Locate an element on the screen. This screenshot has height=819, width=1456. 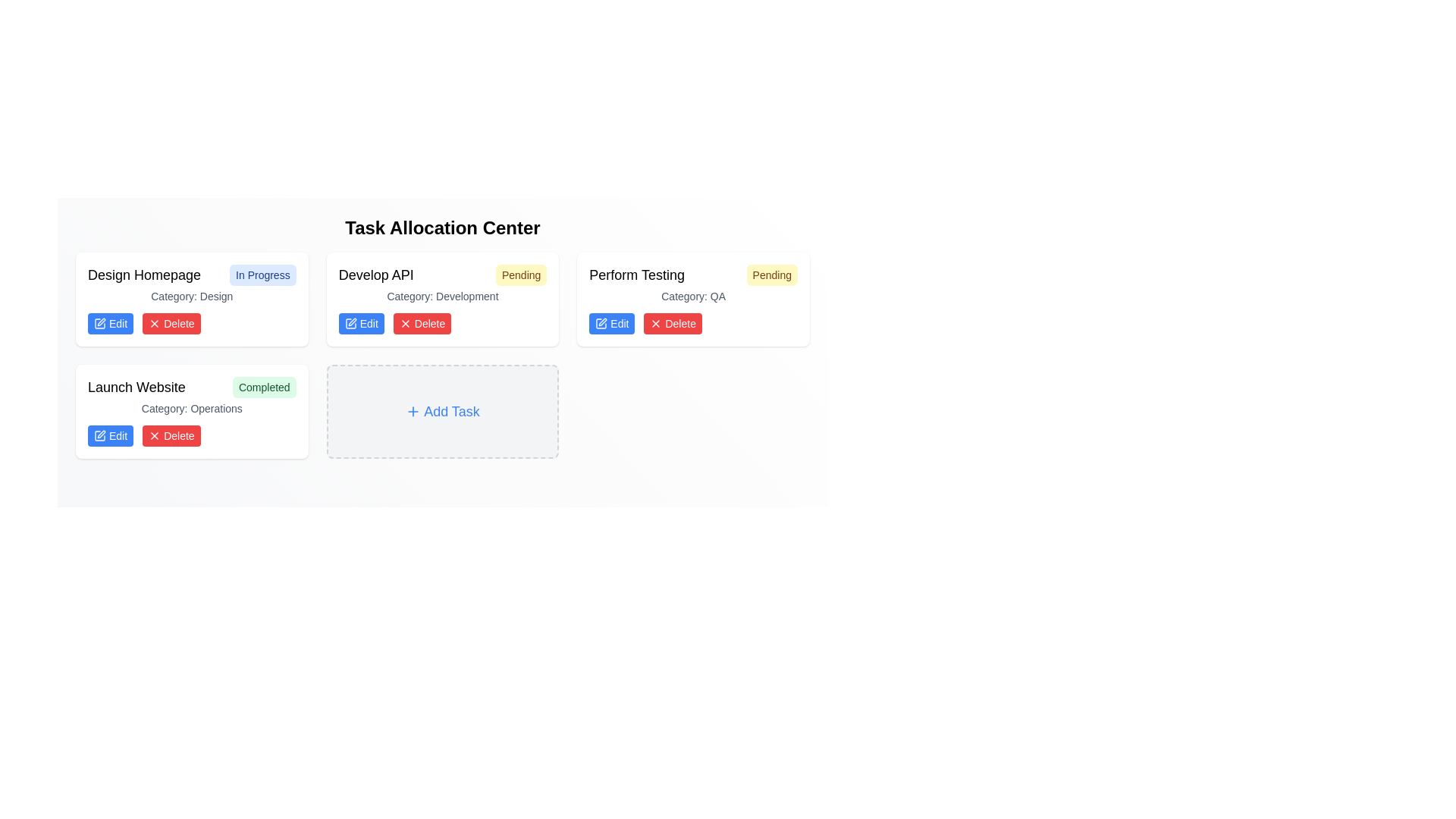
the text label reading 'Category: QA', which is styled in a small gray font and located below the title of the 'Perform Testing' task card is located at coordinates (692, 296).